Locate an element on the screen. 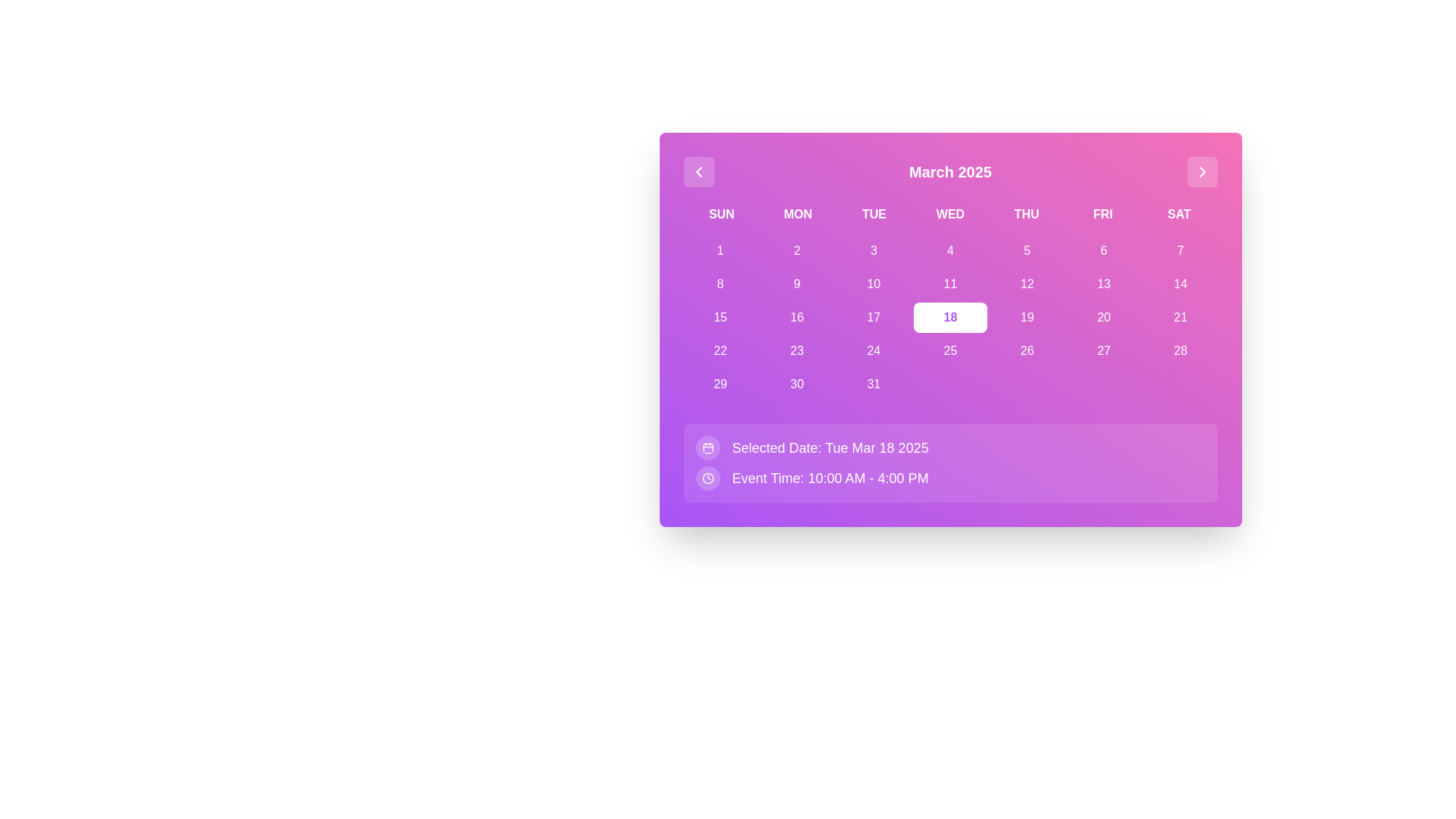  the selectable date button representing the date '29' in the calendar interface is located at coordinates (720, 383).